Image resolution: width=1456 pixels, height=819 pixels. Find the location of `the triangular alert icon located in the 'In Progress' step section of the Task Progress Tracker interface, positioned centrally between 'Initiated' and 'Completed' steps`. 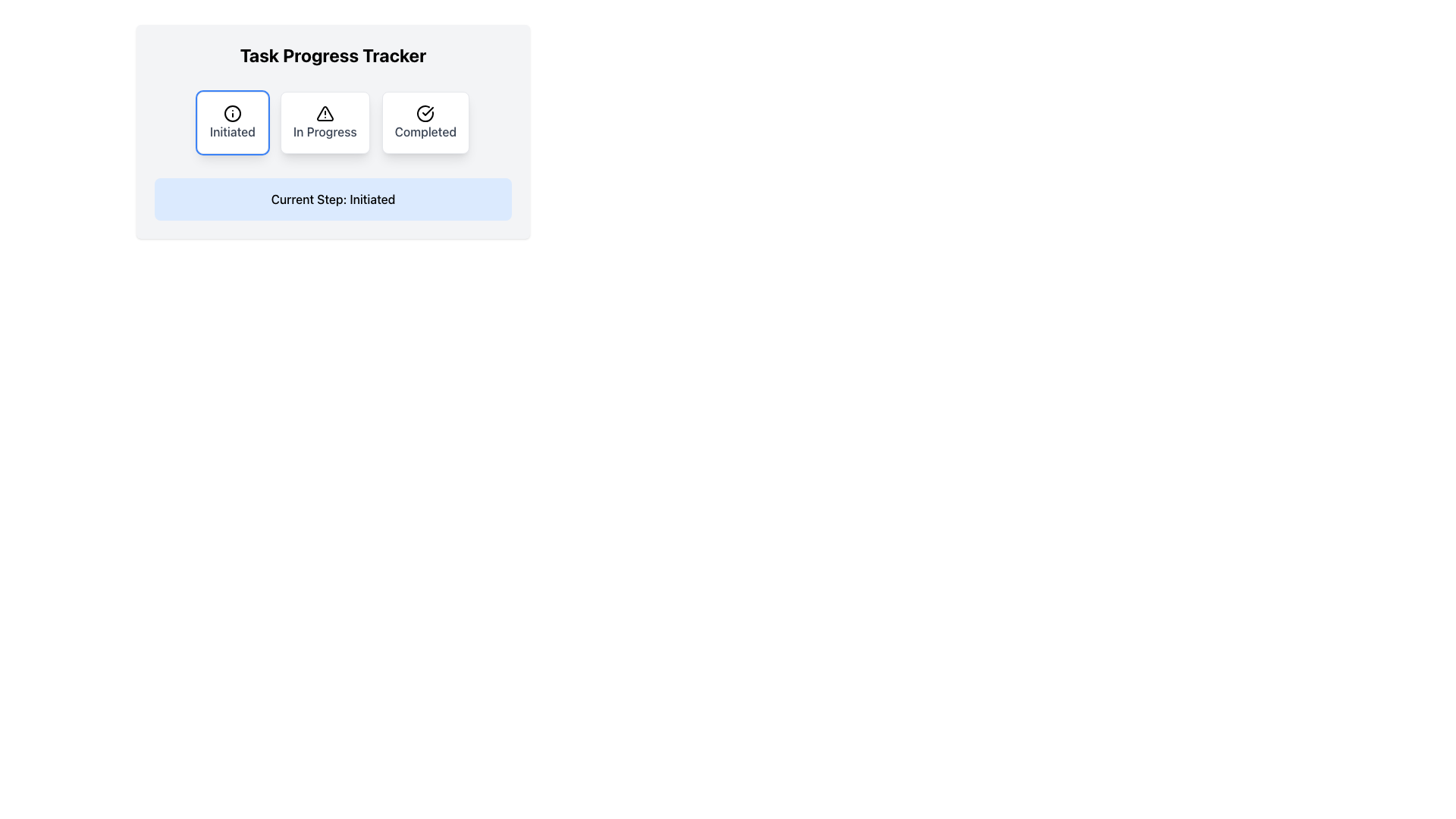

the triangular alert icon located in the 'In Progress' step section of the Task Progress Tracker interface, positioned centrally between 'Initiated' and 'Completed' steps is located at coordinates (324, 113).